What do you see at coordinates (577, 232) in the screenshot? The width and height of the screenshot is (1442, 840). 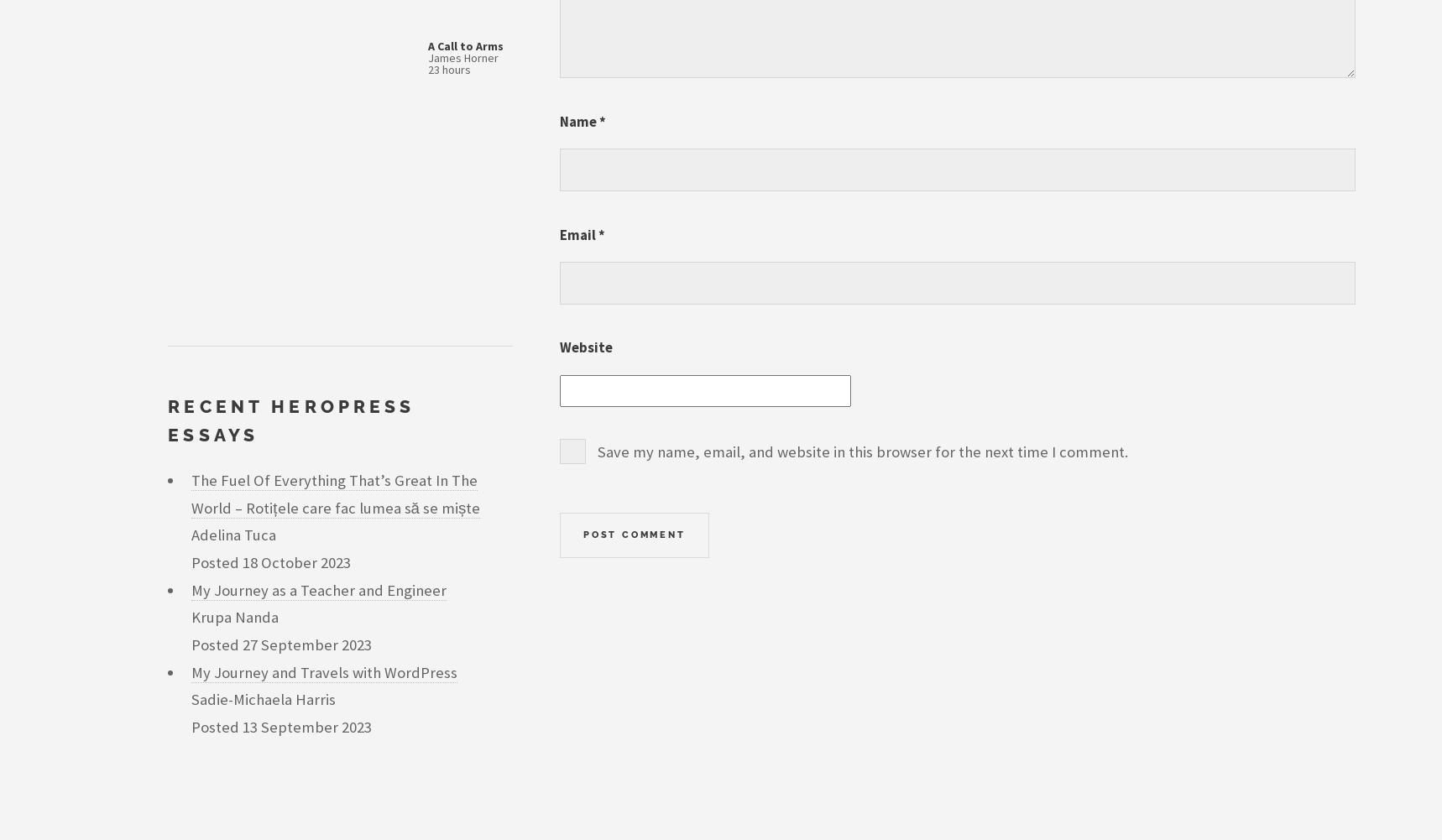 I see `'Email'` at bounding box center [577, 232].